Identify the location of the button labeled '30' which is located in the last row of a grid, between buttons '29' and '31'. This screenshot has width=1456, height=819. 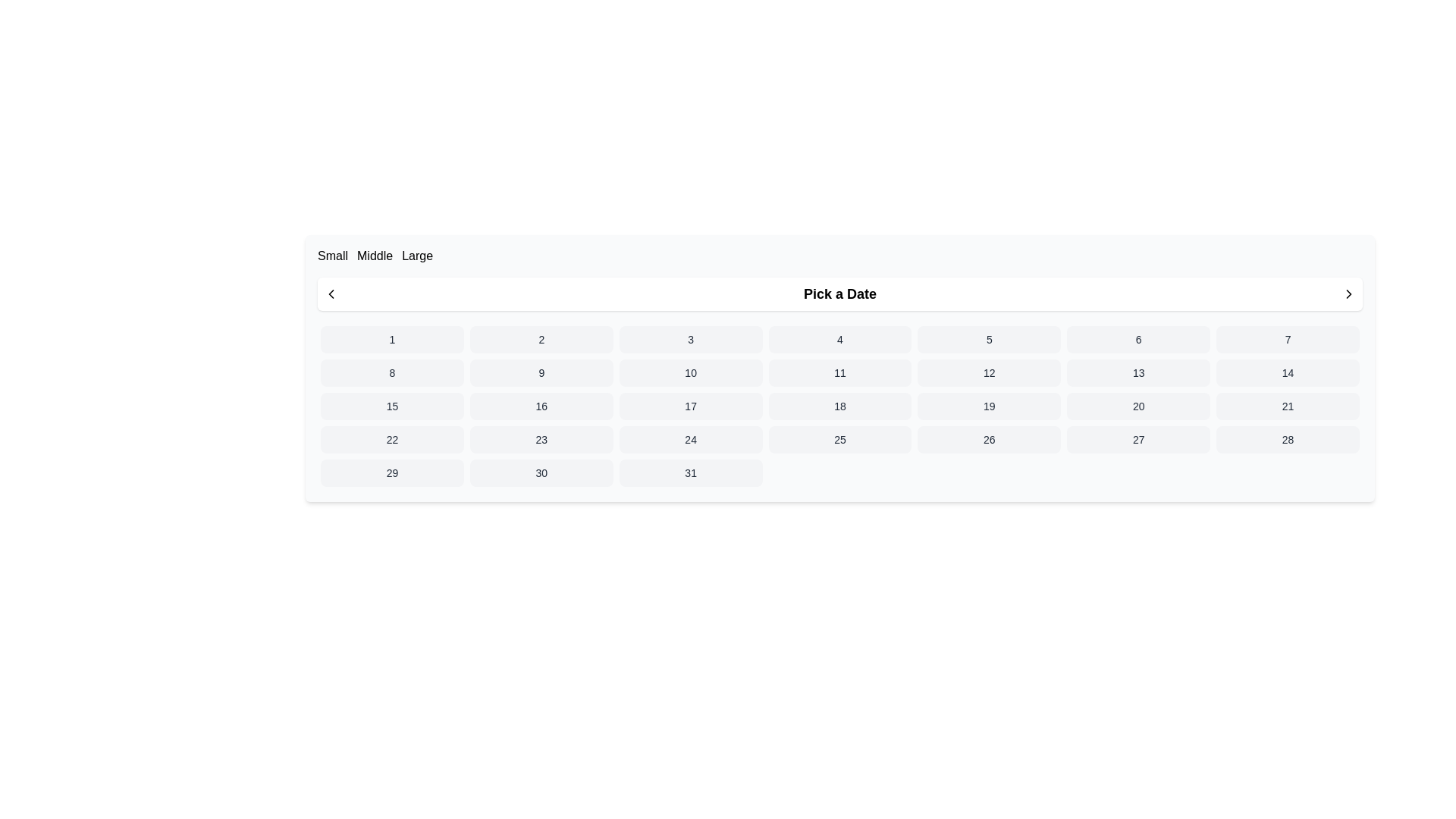
(541, 472).